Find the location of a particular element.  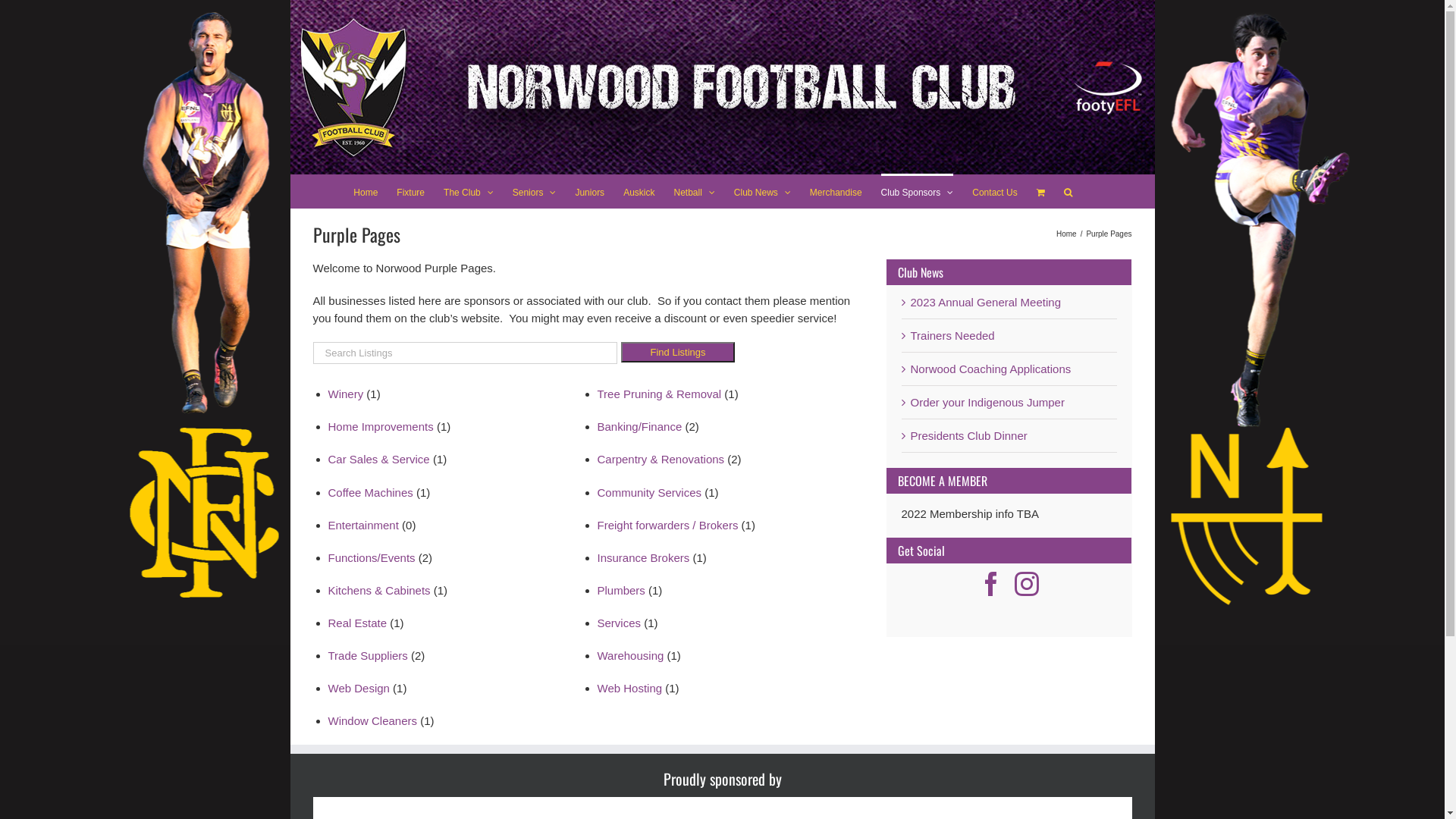

'Freight forwarders / Brokers' is located at coordinates (596, 524).